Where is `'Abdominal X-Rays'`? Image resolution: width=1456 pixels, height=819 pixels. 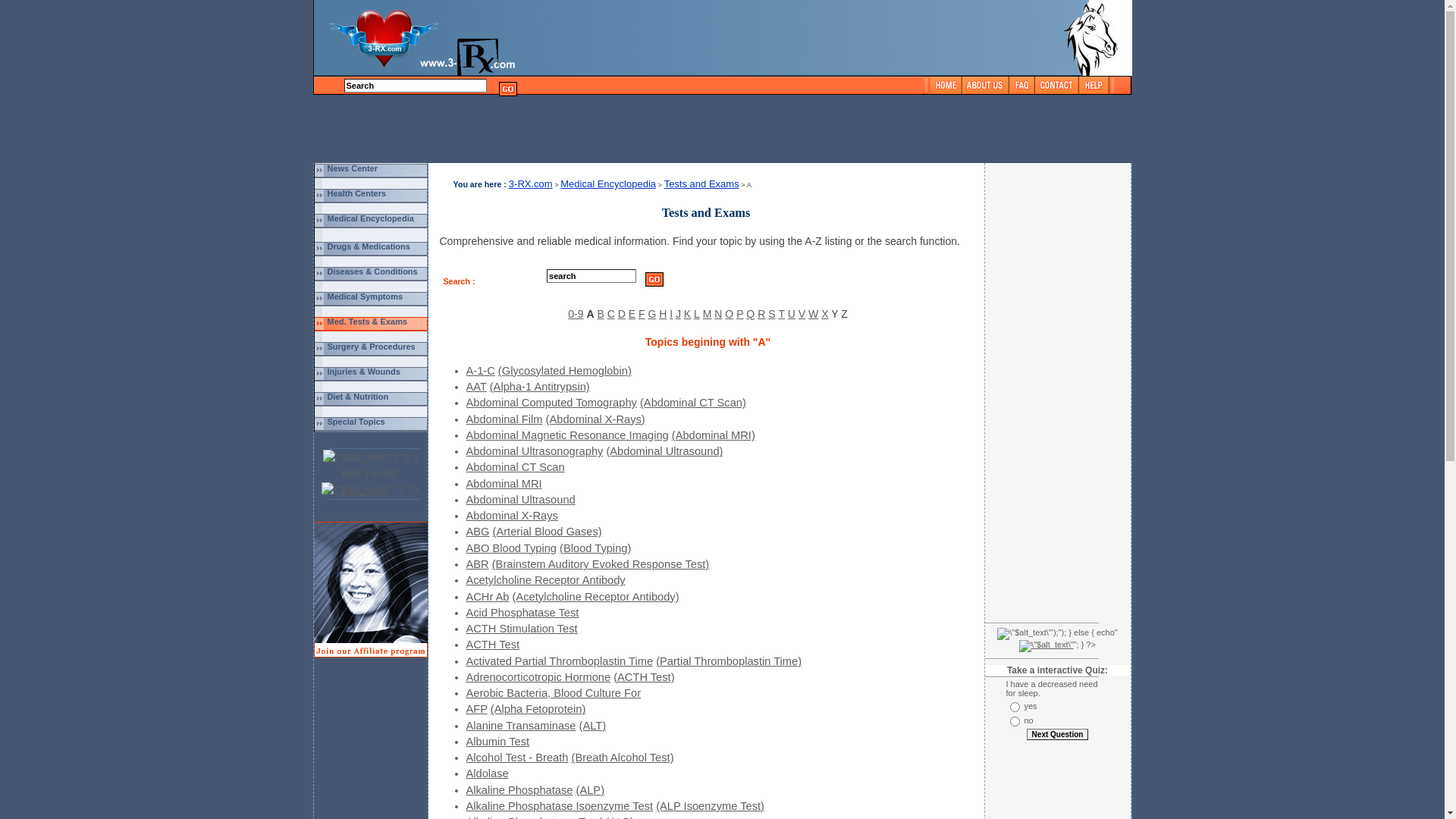 'Abdominal X-Rays' is located at coordinates (511, 514).